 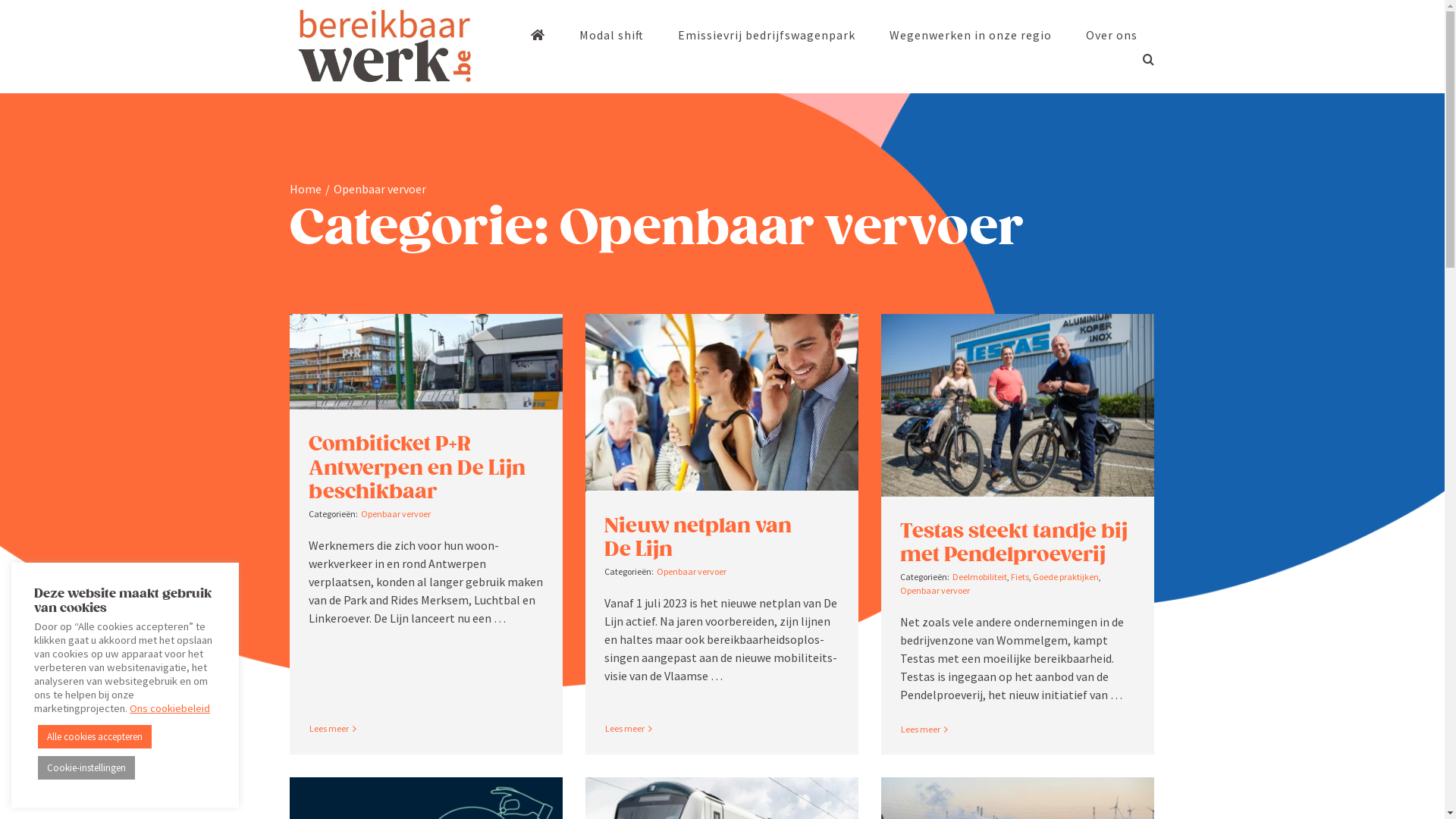 I want to click on 'Modal shift', so click(x=611, y=34).